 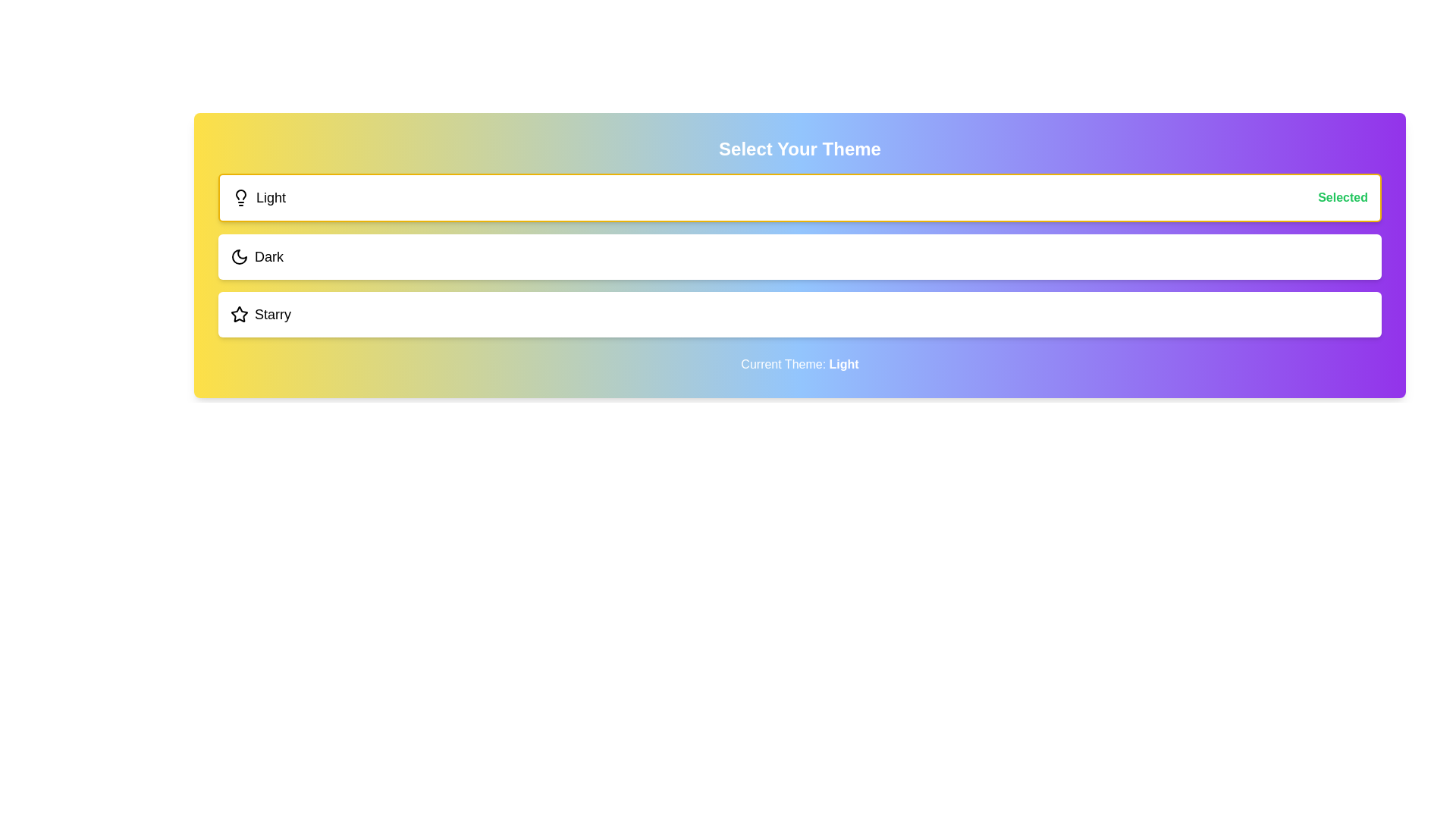 I want to click on the theme option Dark to observe the visual change, so click(x=799, y=256).